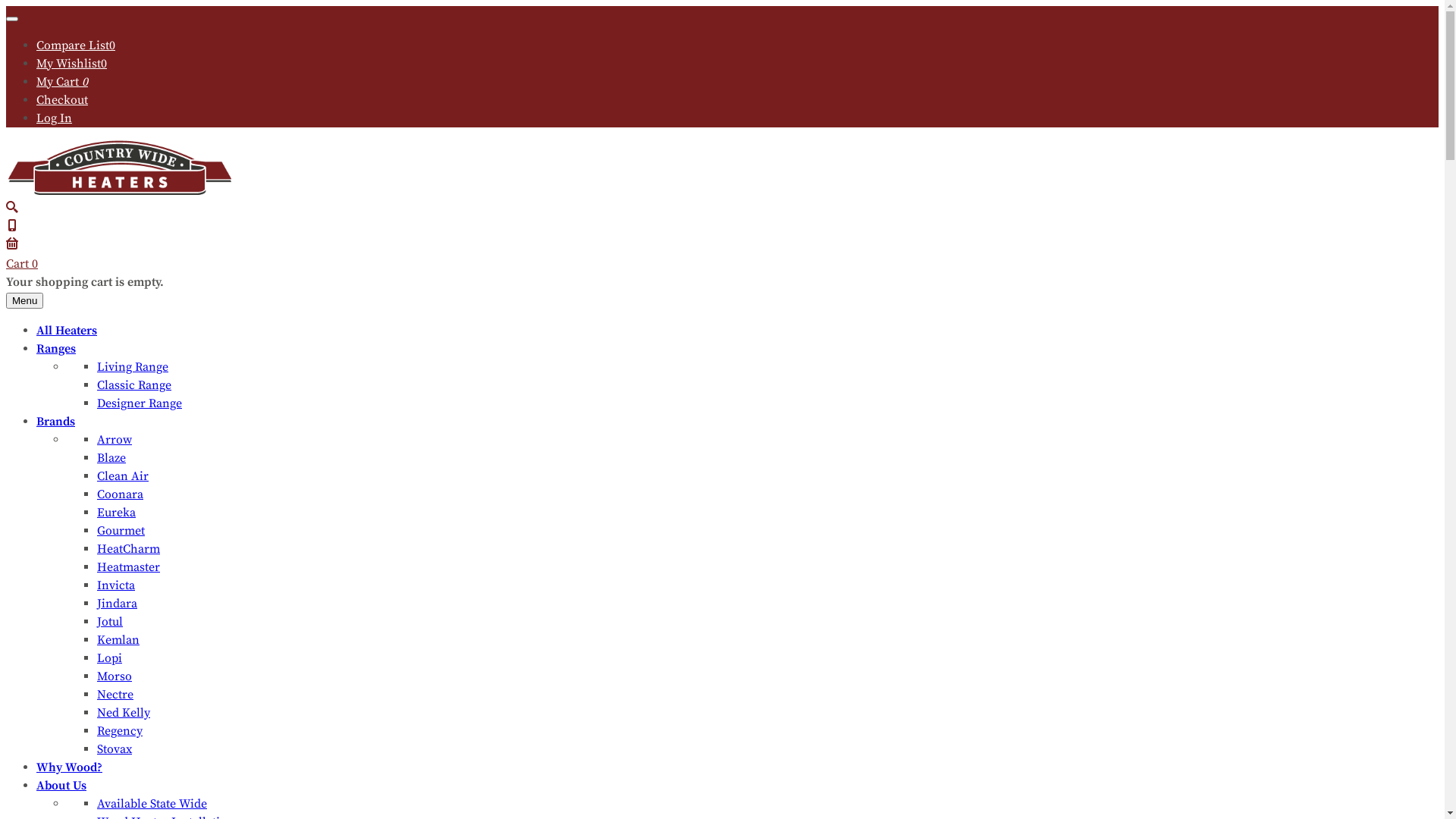 The width and height of the screenshot is (1456, 819). What do you see at coordinates (61, 99) in the screenshot?
I see `'Checkout'` at bounding box center [61, 99].